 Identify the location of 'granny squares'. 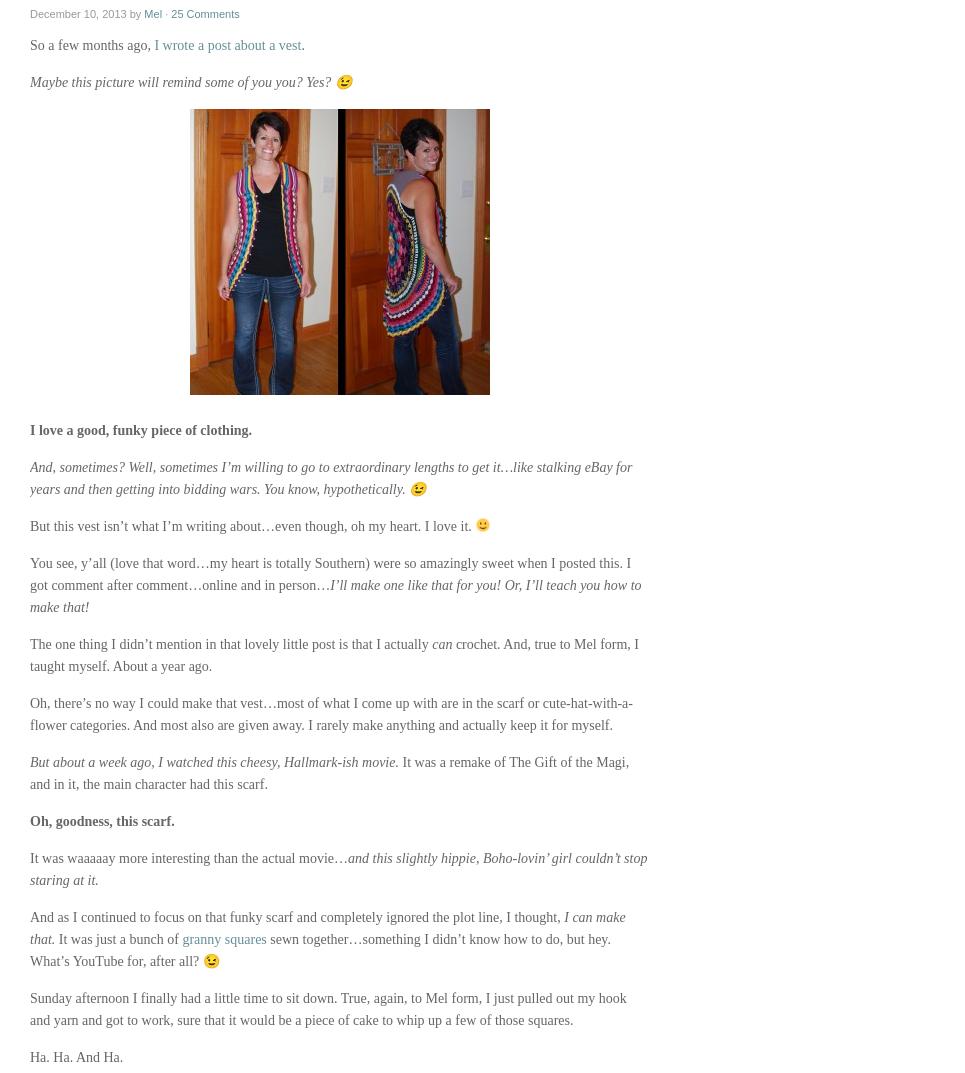
(222, 939).